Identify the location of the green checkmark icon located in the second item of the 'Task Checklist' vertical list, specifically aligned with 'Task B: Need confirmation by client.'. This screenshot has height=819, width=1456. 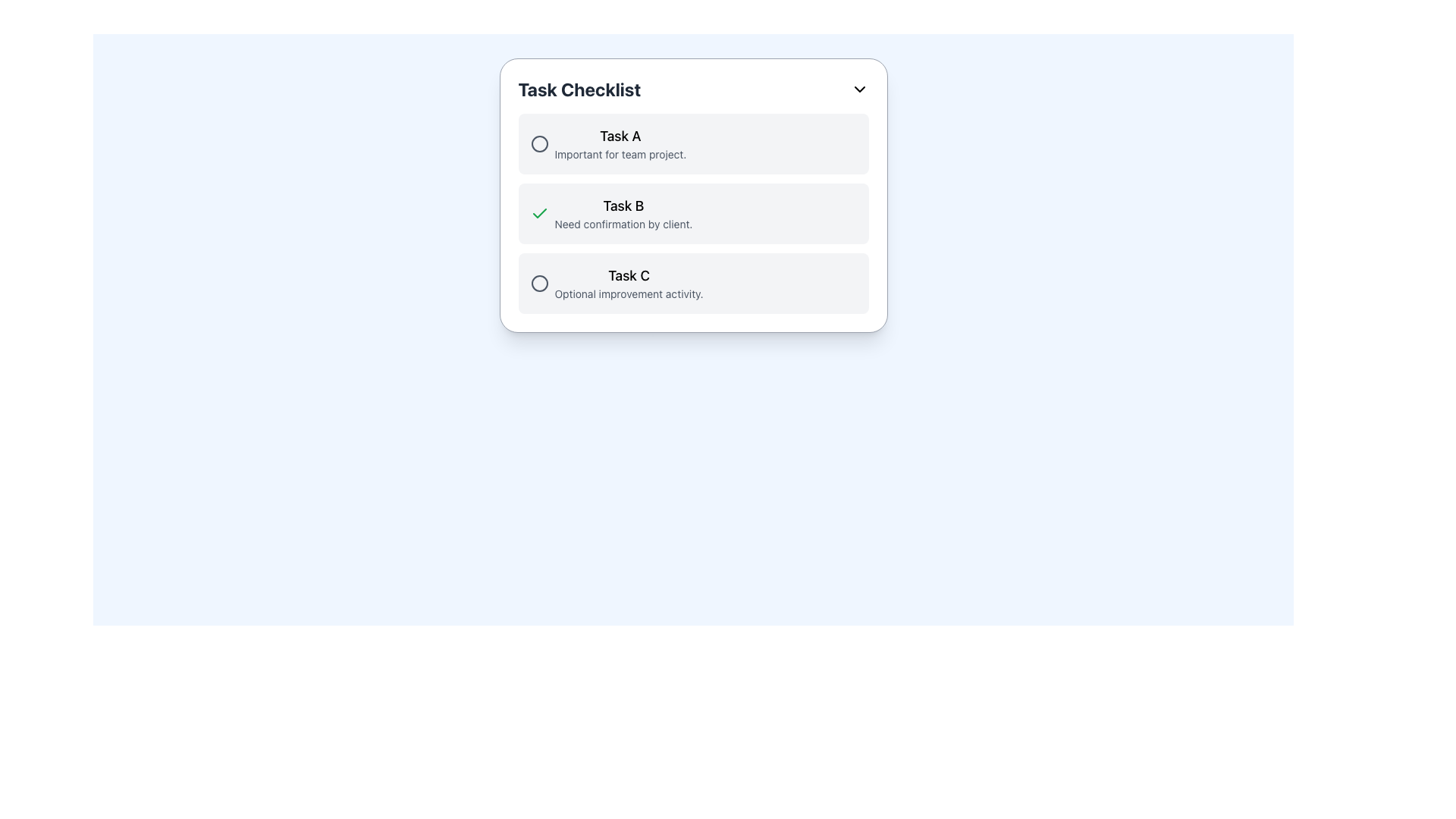
(539, 213).